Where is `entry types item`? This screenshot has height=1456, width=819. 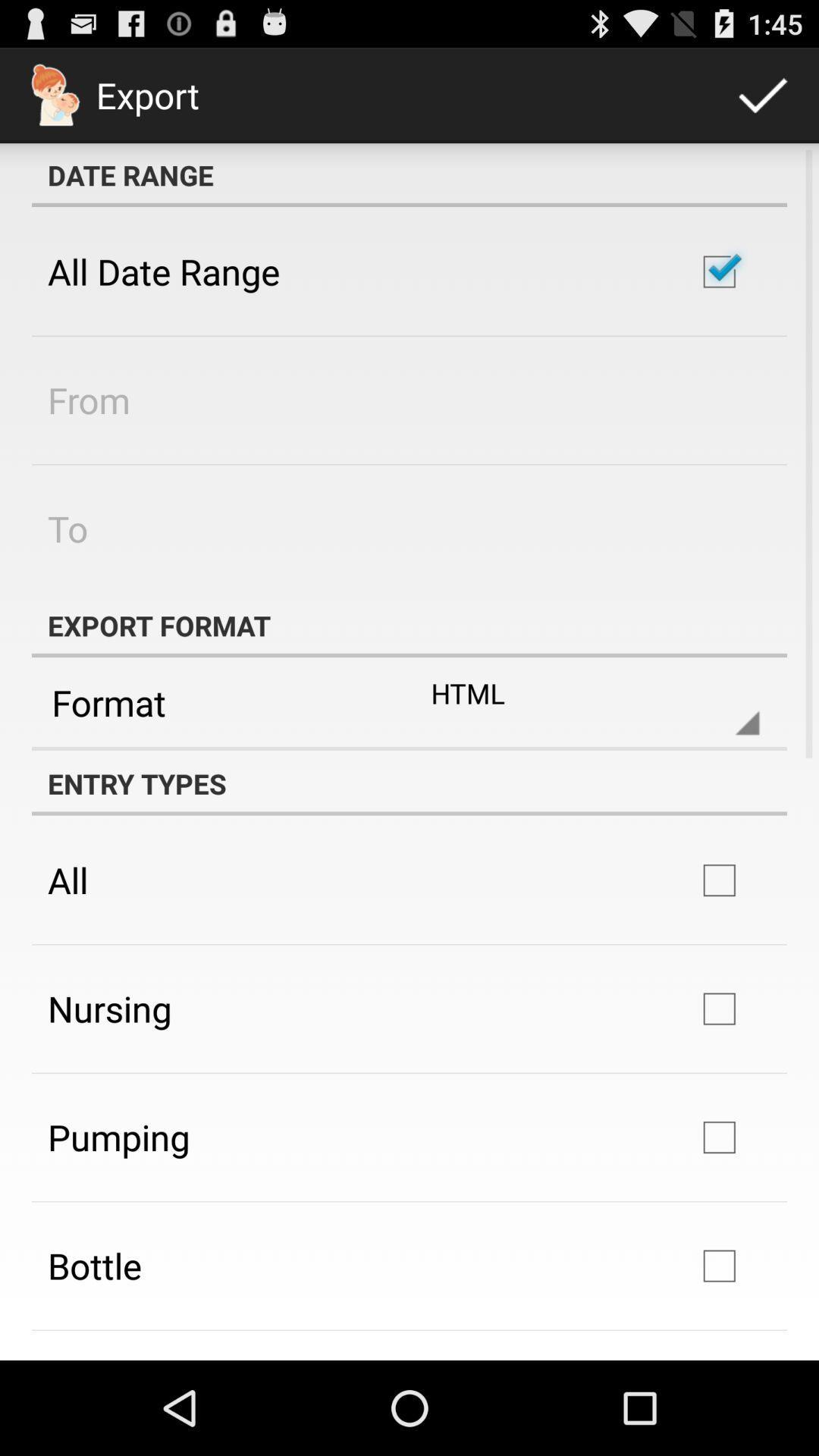 entry types item is located at coordinates (409, 783).